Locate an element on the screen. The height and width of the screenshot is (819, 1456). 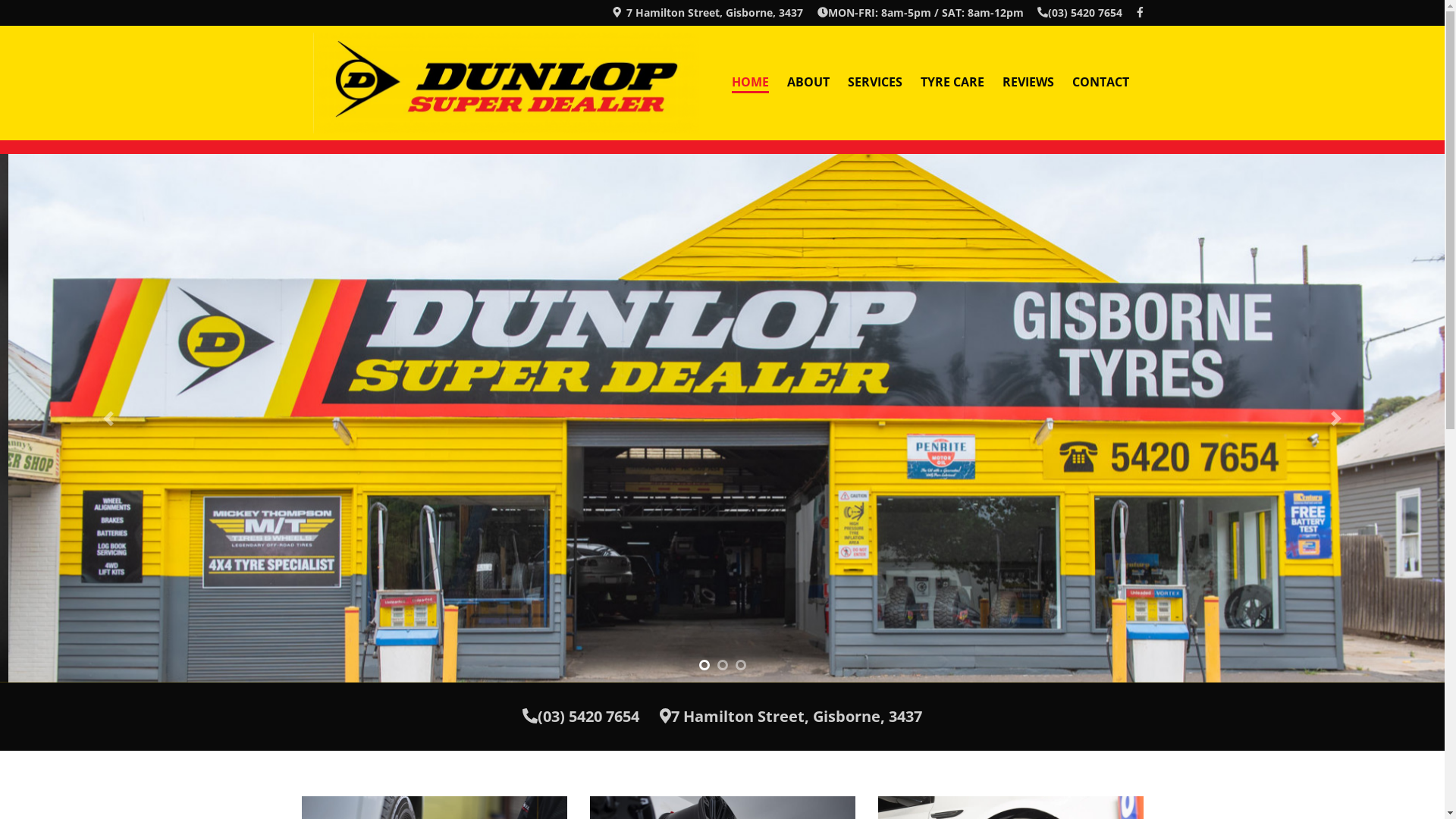
'7 Hamilton Street, Gisborne, 3437' is located at coordinates (789, 716).